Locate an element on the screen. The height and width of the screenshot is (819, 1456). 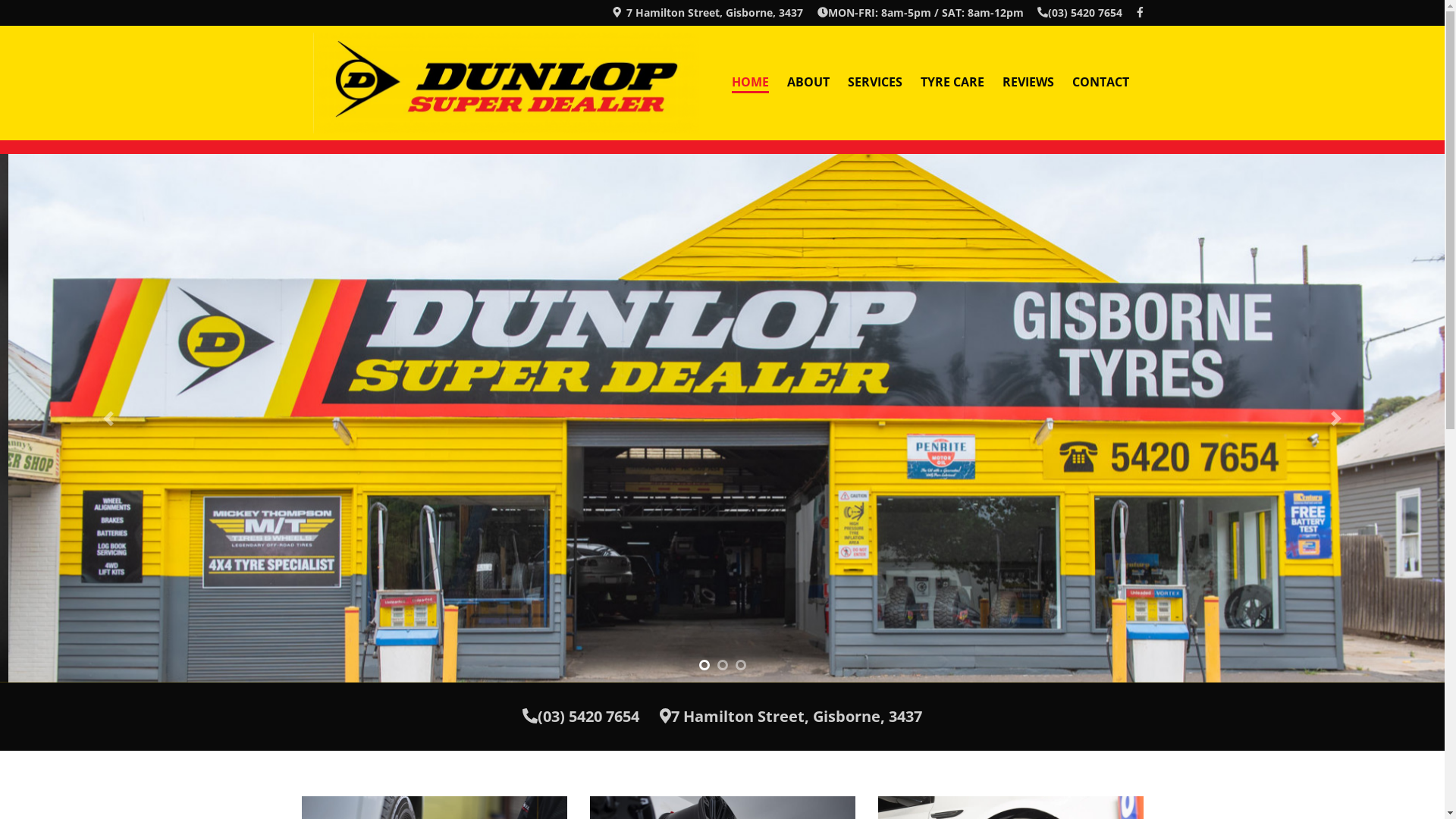
'7 Hamilton Street, Gisborne, 3437' is located at coordinates (789, 716).